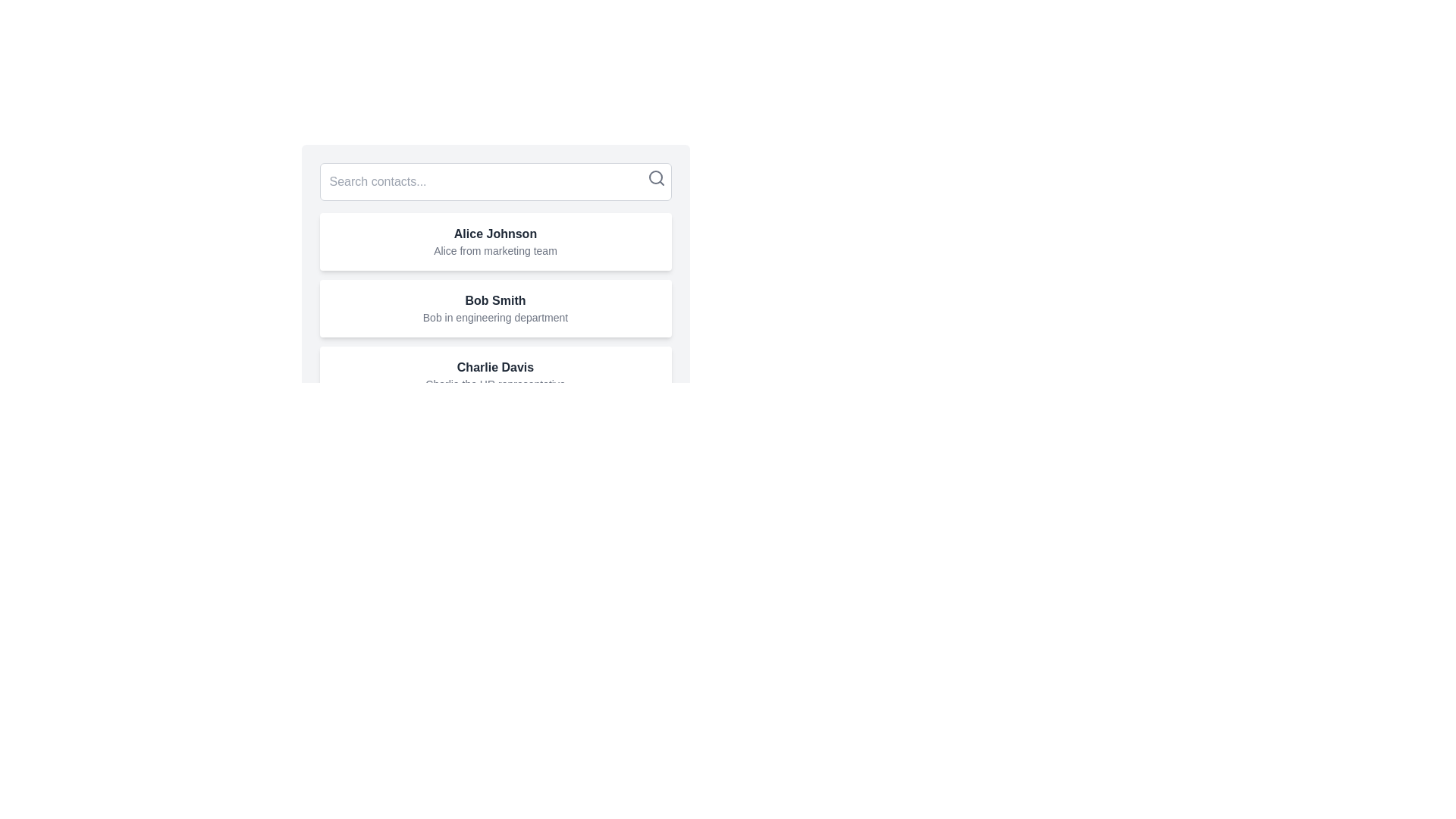 The width and height of the screenshot is (1456, 819). What do you see at coordinates (656, 177) in the screenshot?
I see `the search icon located at the top-right corner of the search bar` at bounding box center [656, 177].